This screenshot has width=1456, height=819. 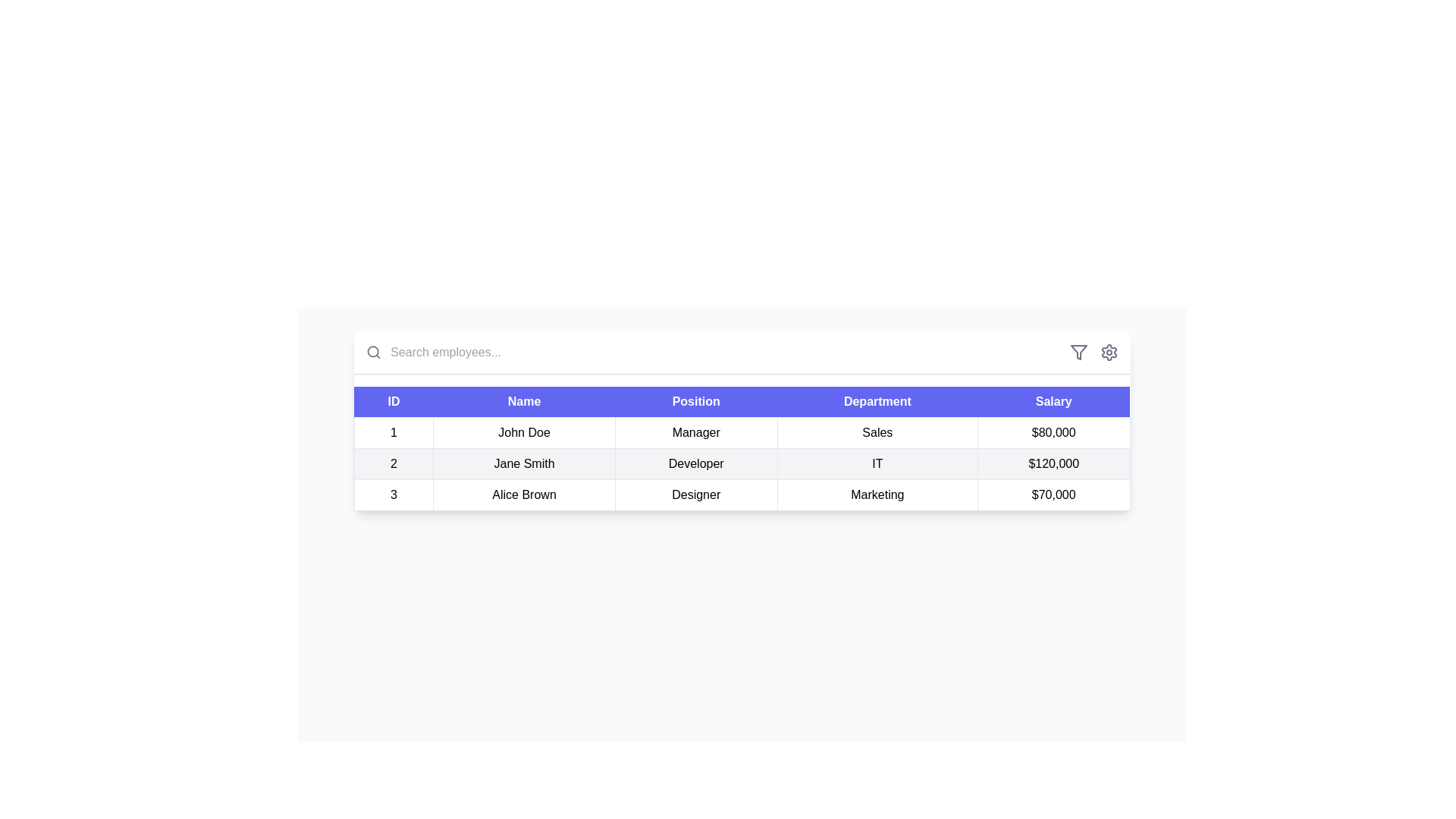 What do you see at coordinates (524, 494) in the screenshot?
I see `the non-interactive text field displaying the name of an individual in the third row of the employee information table, located under the 'Name' column` at bounding box center [524, 494].